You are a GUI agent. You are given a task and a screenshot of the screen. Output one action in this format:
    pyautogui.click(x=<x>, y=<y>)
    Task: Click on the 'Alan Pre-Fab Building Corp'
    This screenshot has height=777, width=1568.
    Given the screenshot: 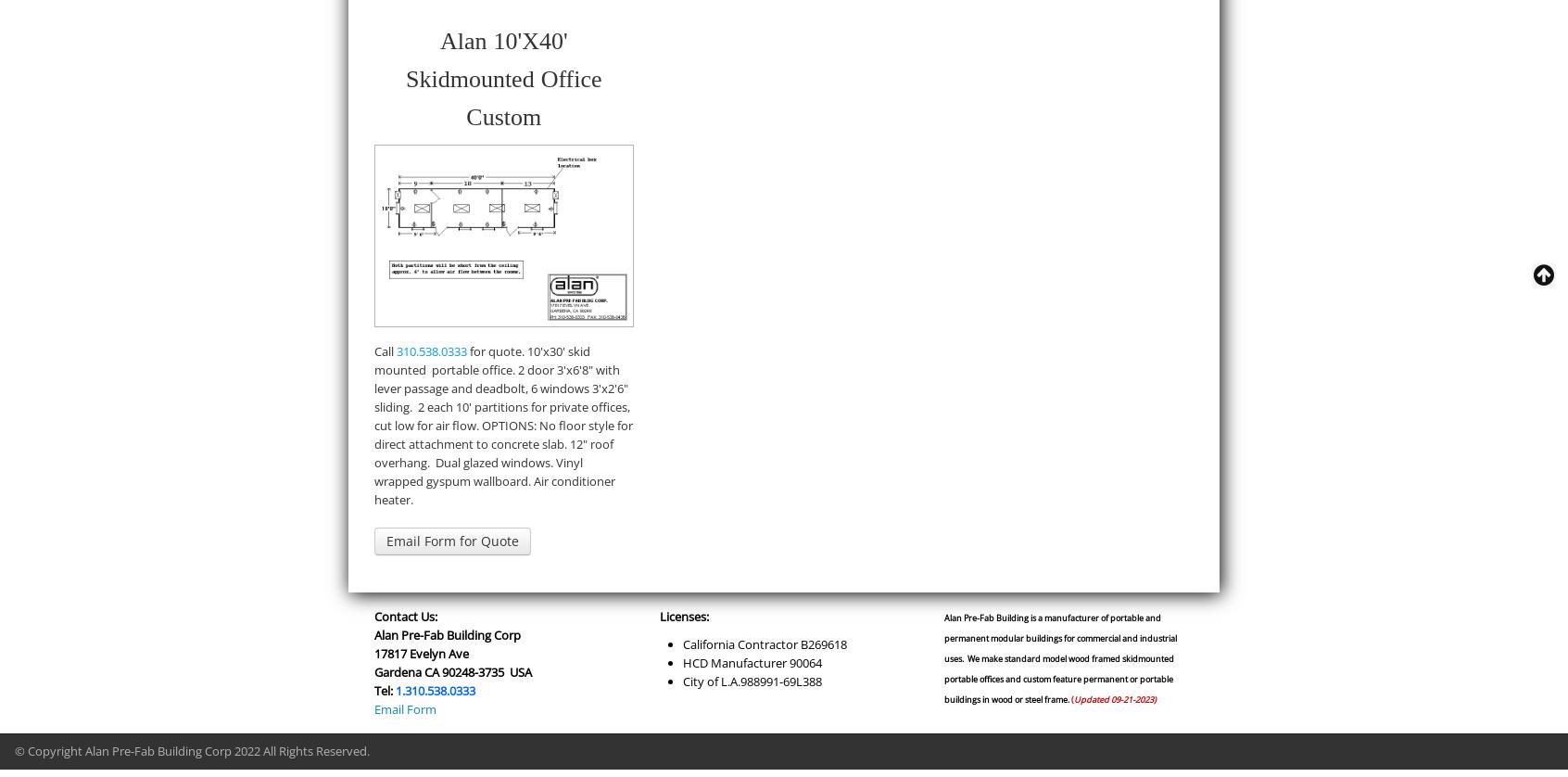 What is the action you would take?
    pyautogui.click(x=447, y=632)
    